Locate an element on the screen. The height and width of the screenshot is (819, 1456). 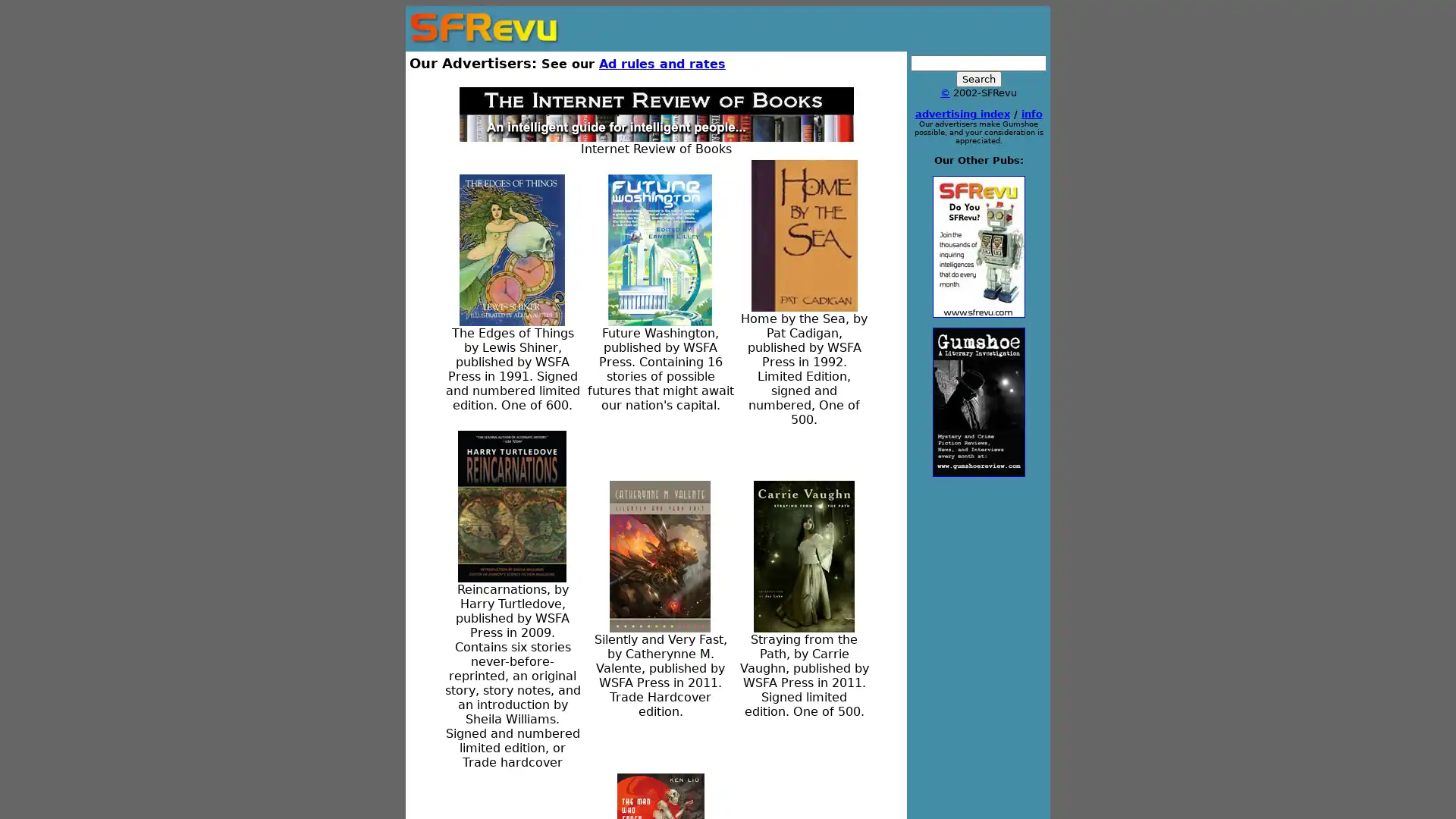
Search is located at coordinates (978, 78).